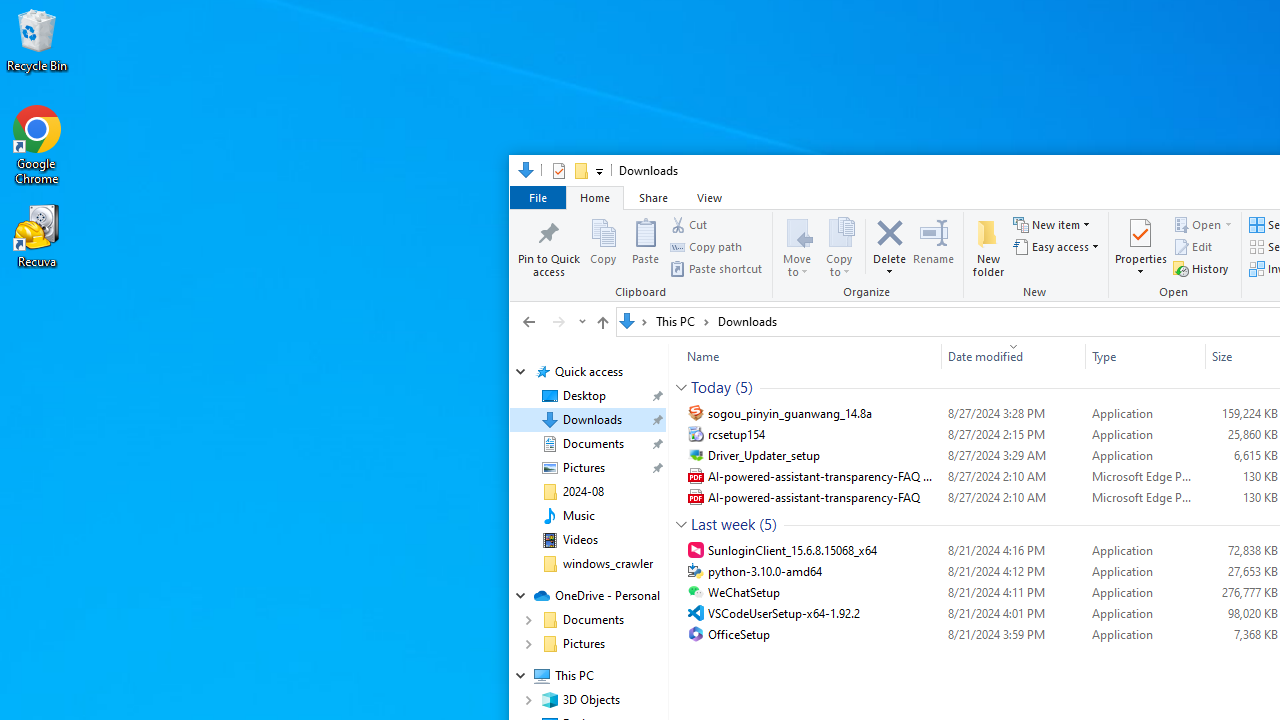 The height and width of the screenshot is (720, 1280). What do you see at coordinates (653, 197) in the screenshot?
I see `'Share'` at bounding box center [653, 197].